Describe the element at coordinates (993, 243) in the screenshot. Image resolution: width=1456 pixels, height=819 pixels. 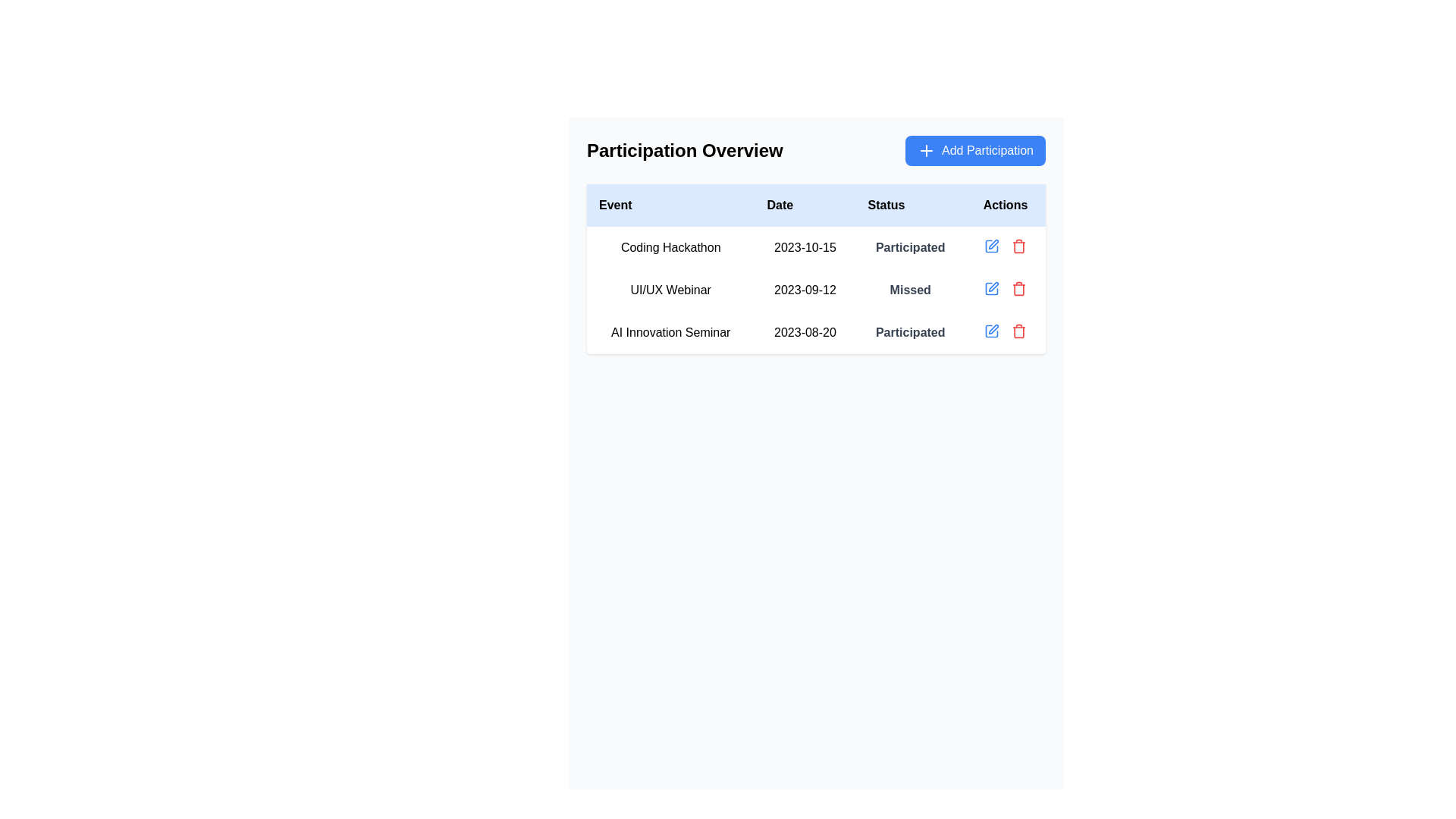
I see `the edit button represented by a pen icon in the second row of the 'Actions' column under the 'Participation Overview' section` at that location.